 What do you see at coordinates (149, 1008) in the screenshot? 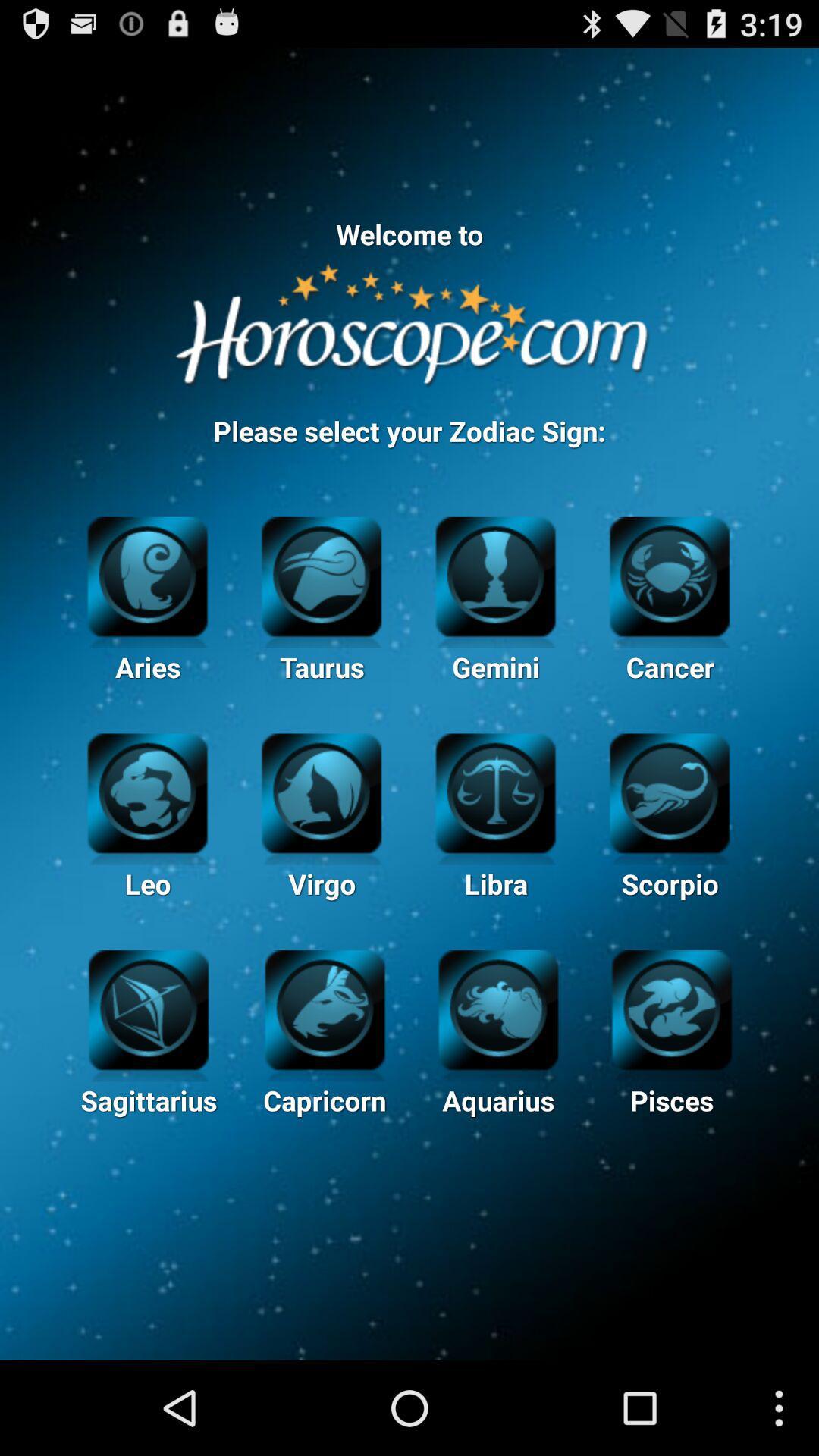
I see `open new page` at bounding box center [149, 1008].